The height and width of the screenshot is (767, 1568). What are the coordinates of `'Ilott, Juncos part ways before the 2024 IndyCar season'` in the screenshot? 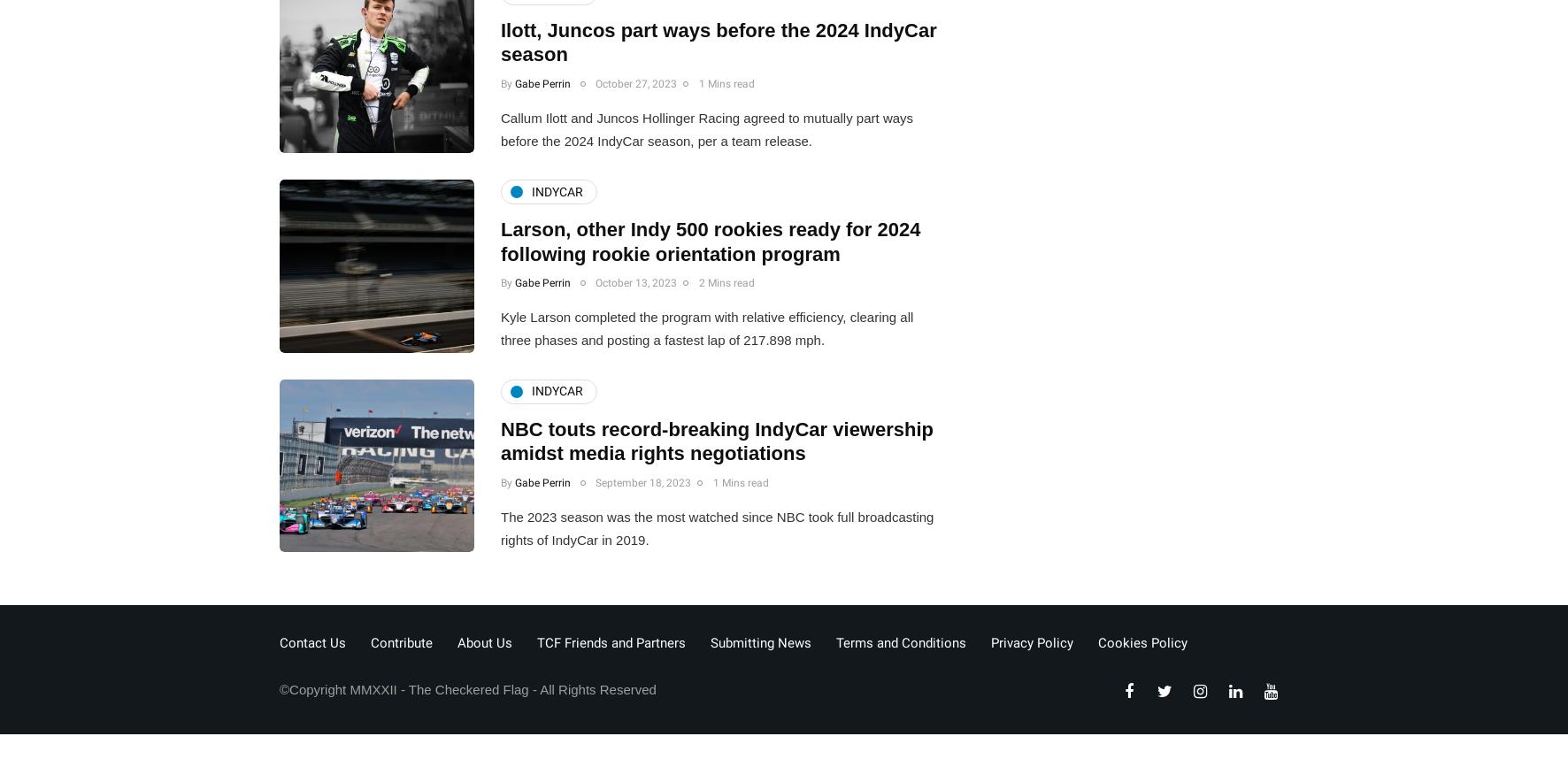 It's located at (718, 42).